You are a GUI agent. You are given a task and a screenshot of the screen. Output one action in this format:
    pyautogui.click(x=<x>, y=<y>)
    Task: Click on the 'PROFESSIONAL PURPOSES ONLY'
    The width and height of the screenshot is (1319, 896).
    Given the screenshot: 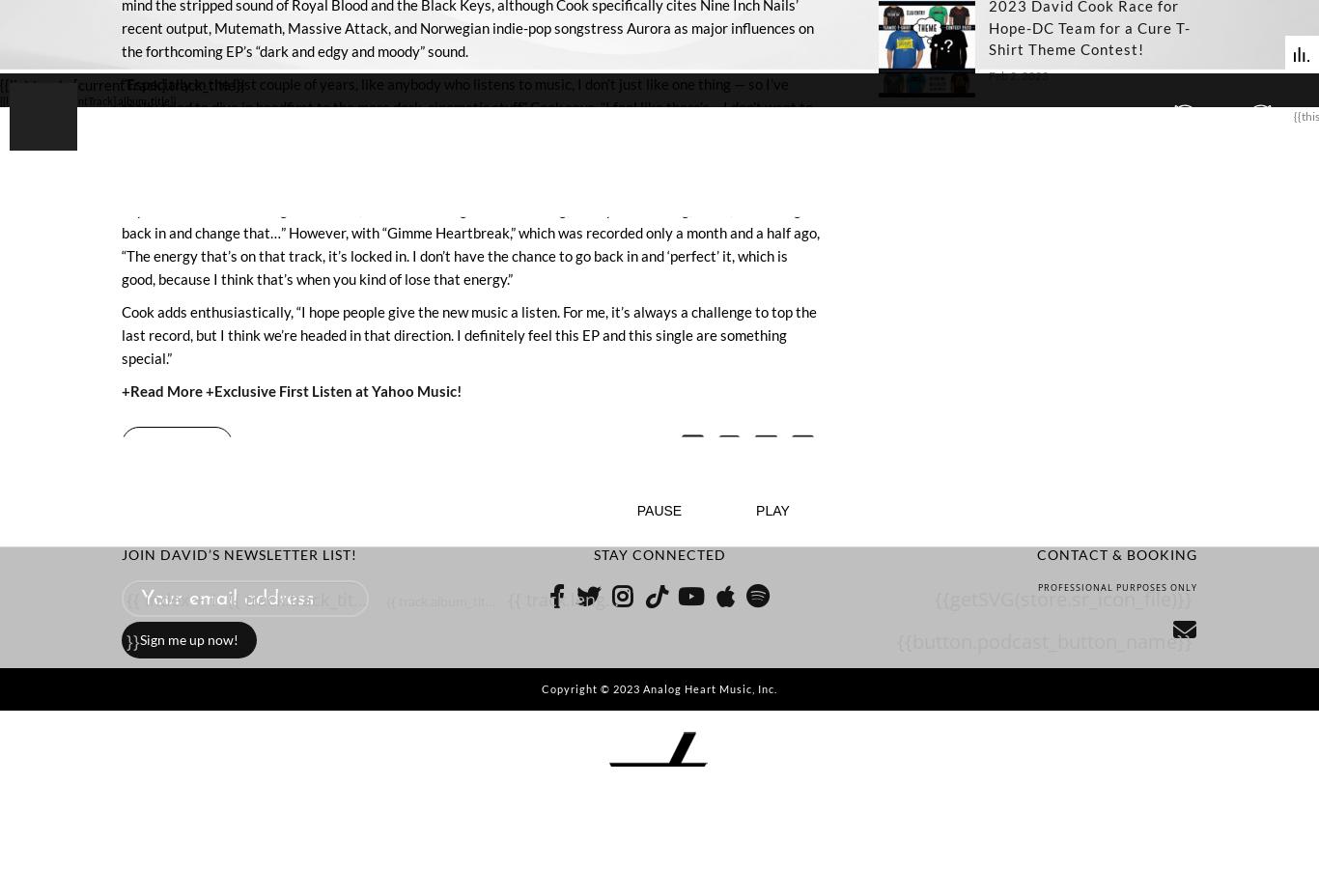 What is the action you would take?
    pyautogui.click(x=1117, y=586)
    